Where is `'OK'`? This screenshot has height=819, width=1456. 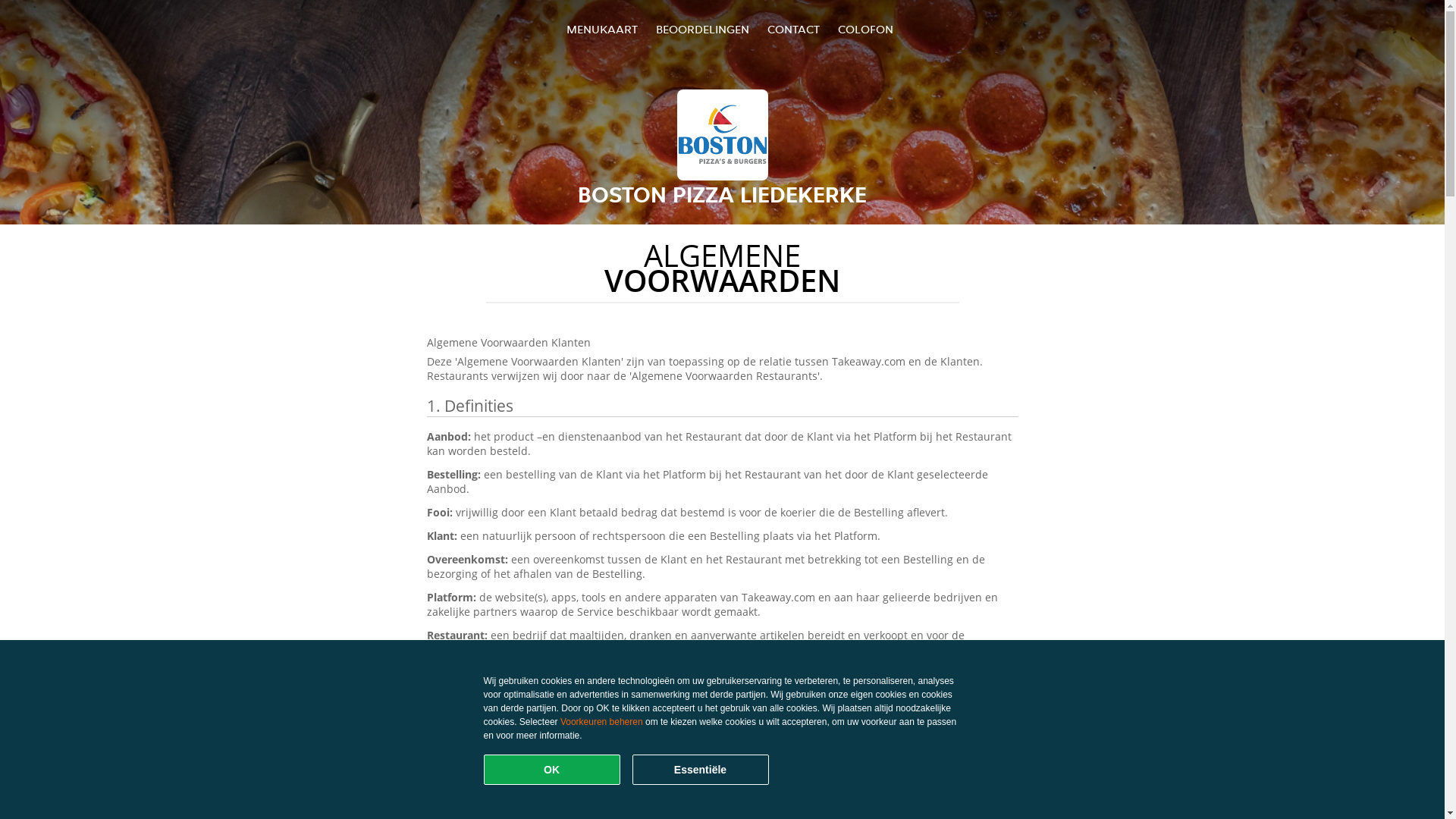 'OK' is located at coordinates (551, 769).